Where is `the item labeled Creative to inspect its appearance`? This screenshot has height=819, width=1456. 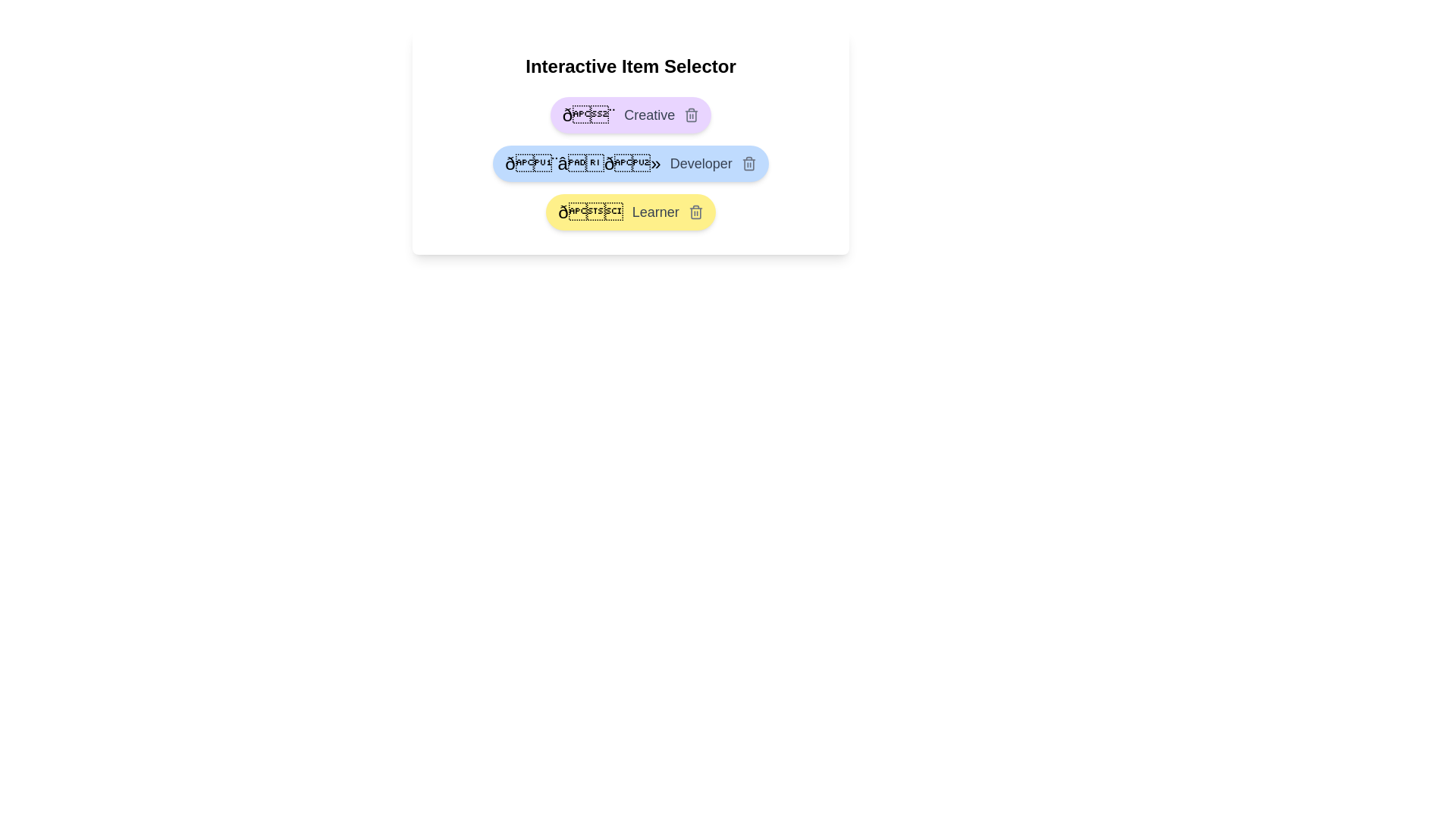 the item labeled Creative to inspect its appearance is located at coordinates (630, 114).